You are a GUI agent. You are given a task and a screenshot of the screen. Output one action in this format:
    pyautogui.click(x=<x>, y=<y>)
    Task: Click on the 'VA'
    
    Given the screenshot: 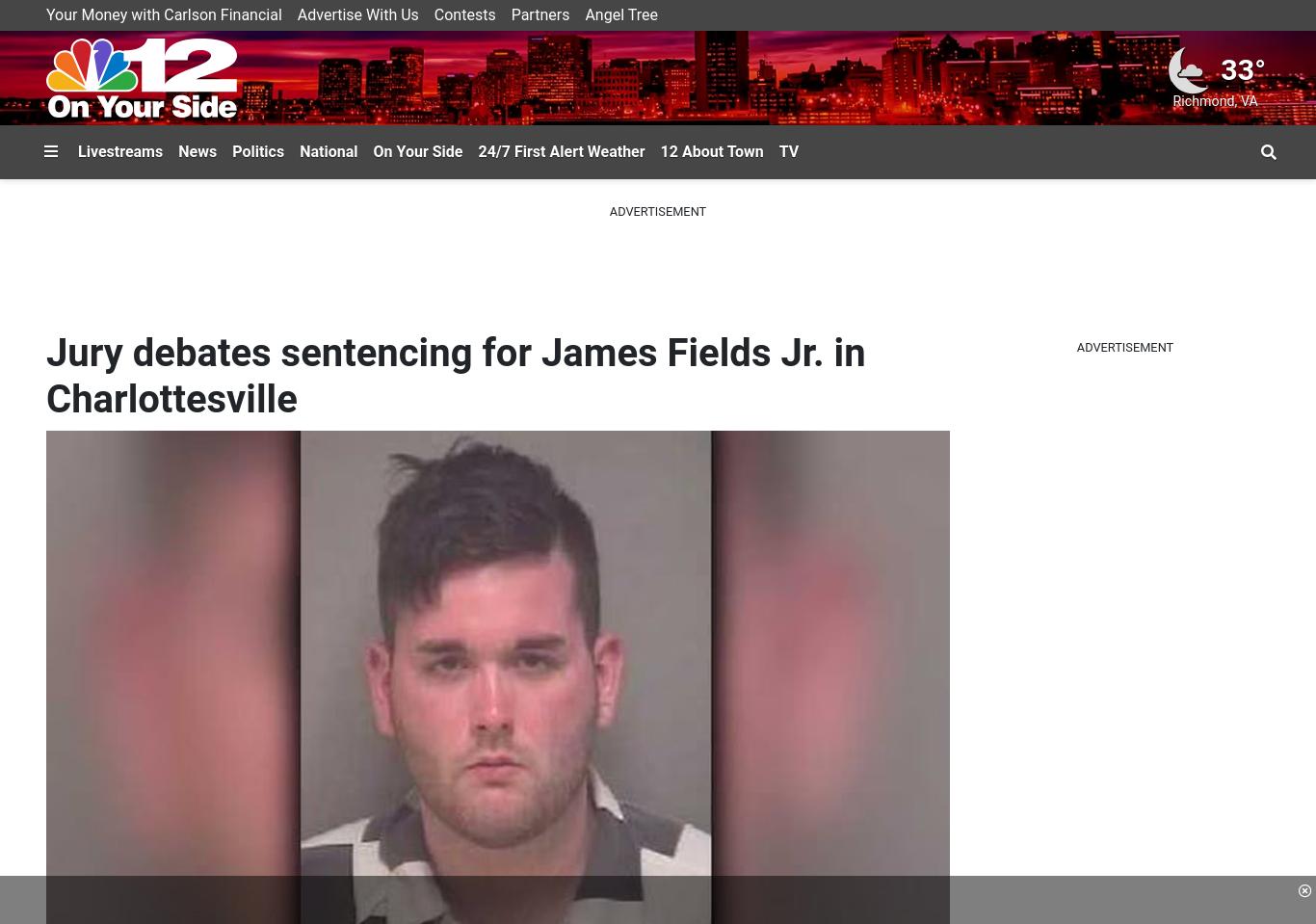 What is the action you would take?
    pyautogui.click(x=1248, y=101)
    